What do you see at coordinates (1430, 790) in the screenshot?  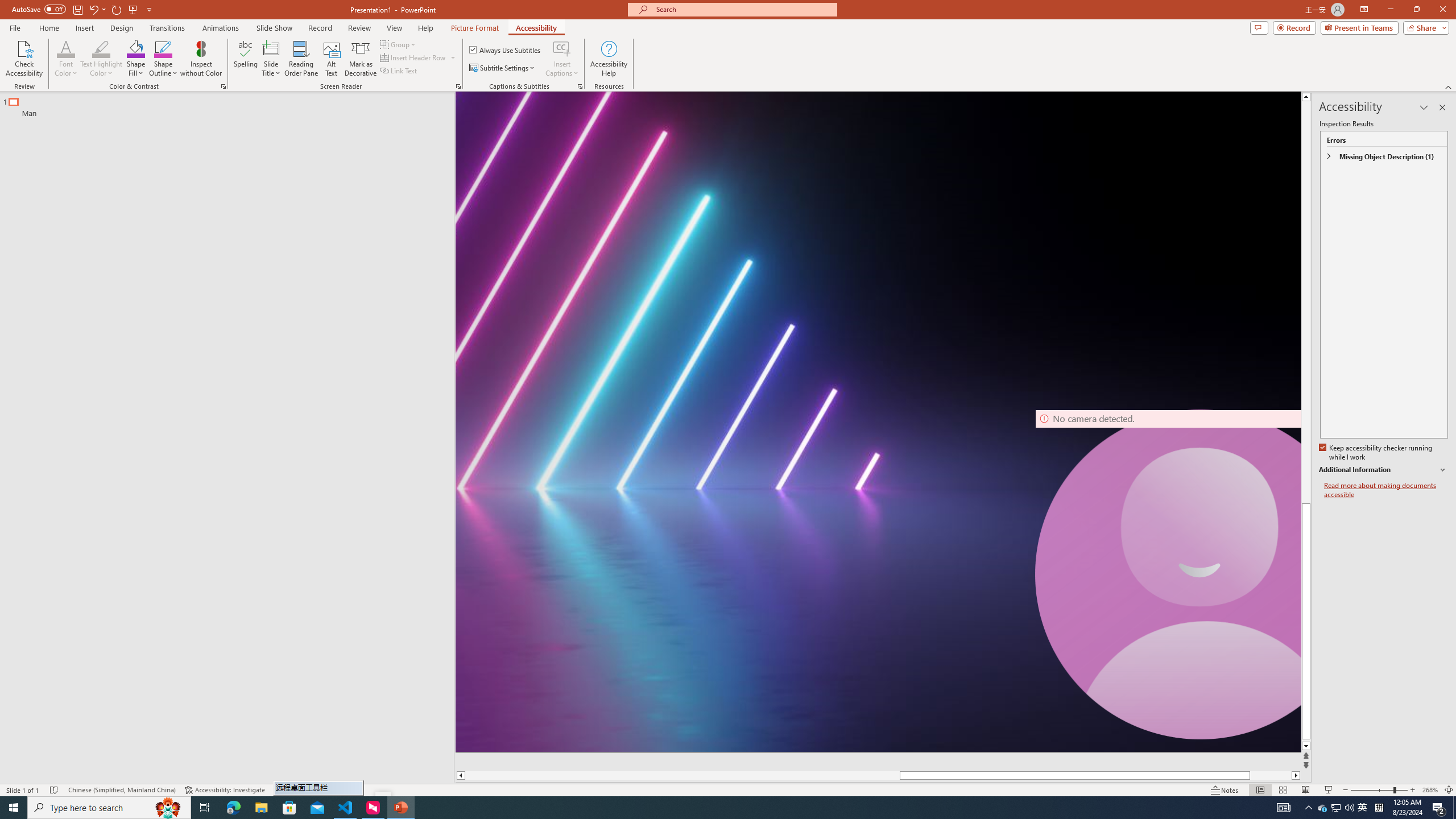 I see `'Zoom 268%'` at bounding box center [1430, 790].